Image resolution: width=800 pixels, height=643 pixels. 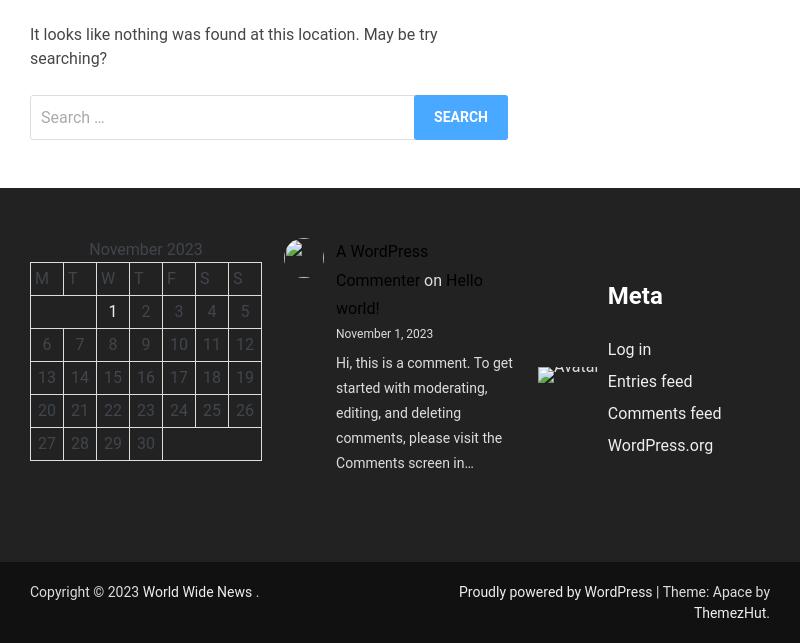 What do you see at coordinates (177, 375) in the screenshot?
I see `'17'` at bounding box center [177, 375].